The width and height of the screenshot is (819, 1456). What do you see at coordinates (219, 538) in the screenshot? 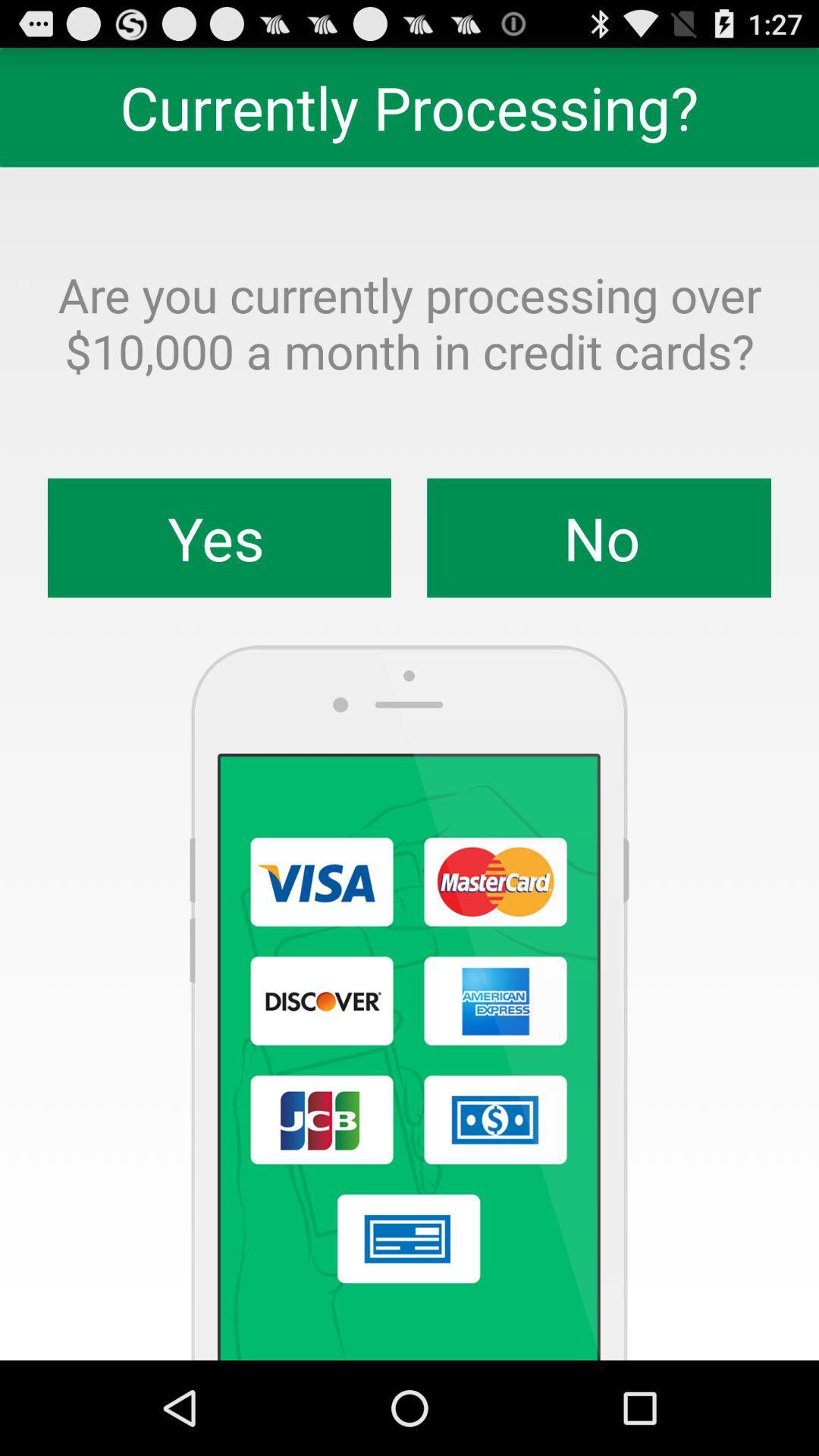
I see `yes item` at bounding box center [219, 538].